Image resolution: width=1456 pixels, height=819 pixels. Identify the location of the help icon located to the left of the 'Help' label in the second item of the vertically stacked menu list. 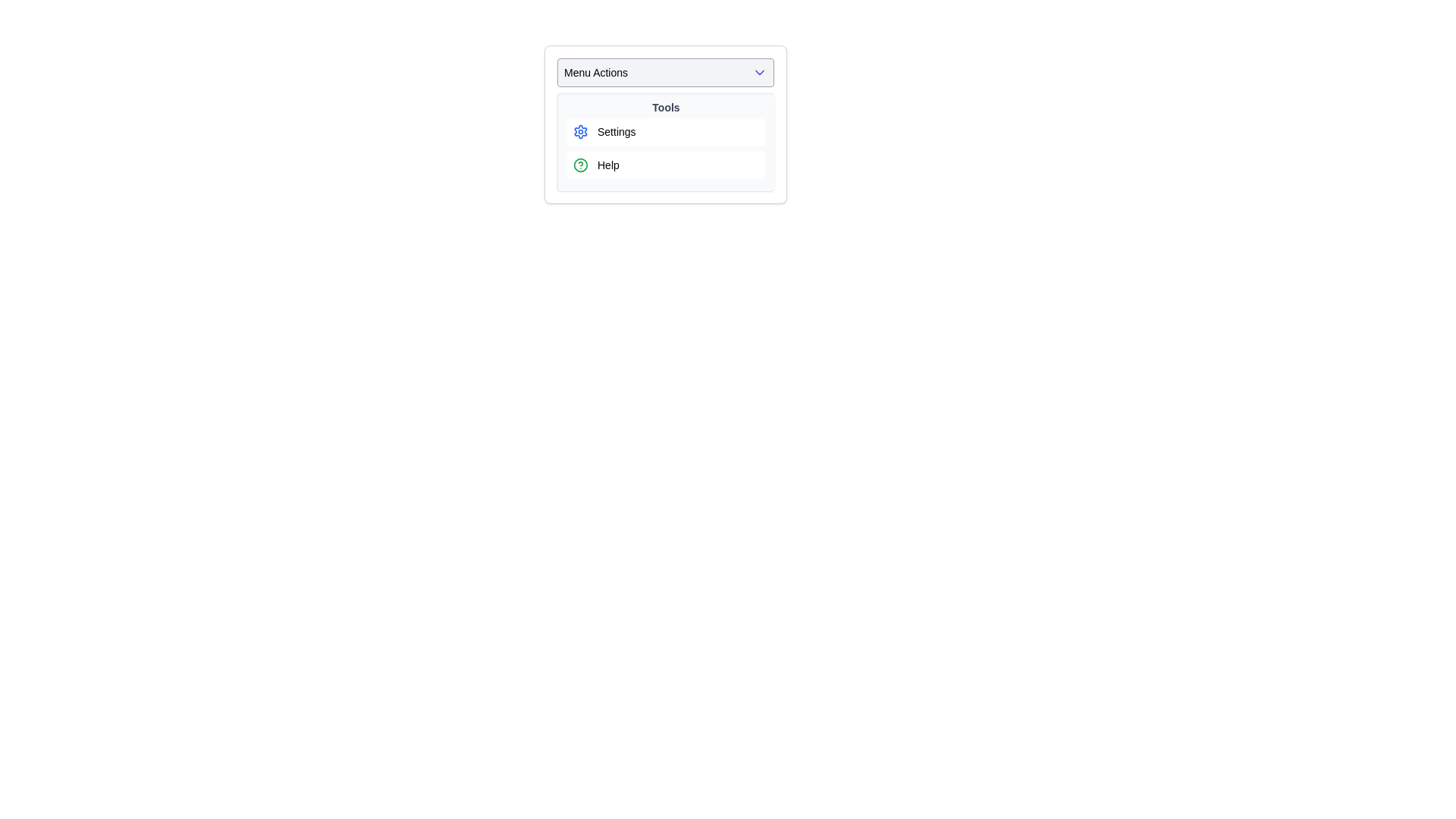
(580, 165).